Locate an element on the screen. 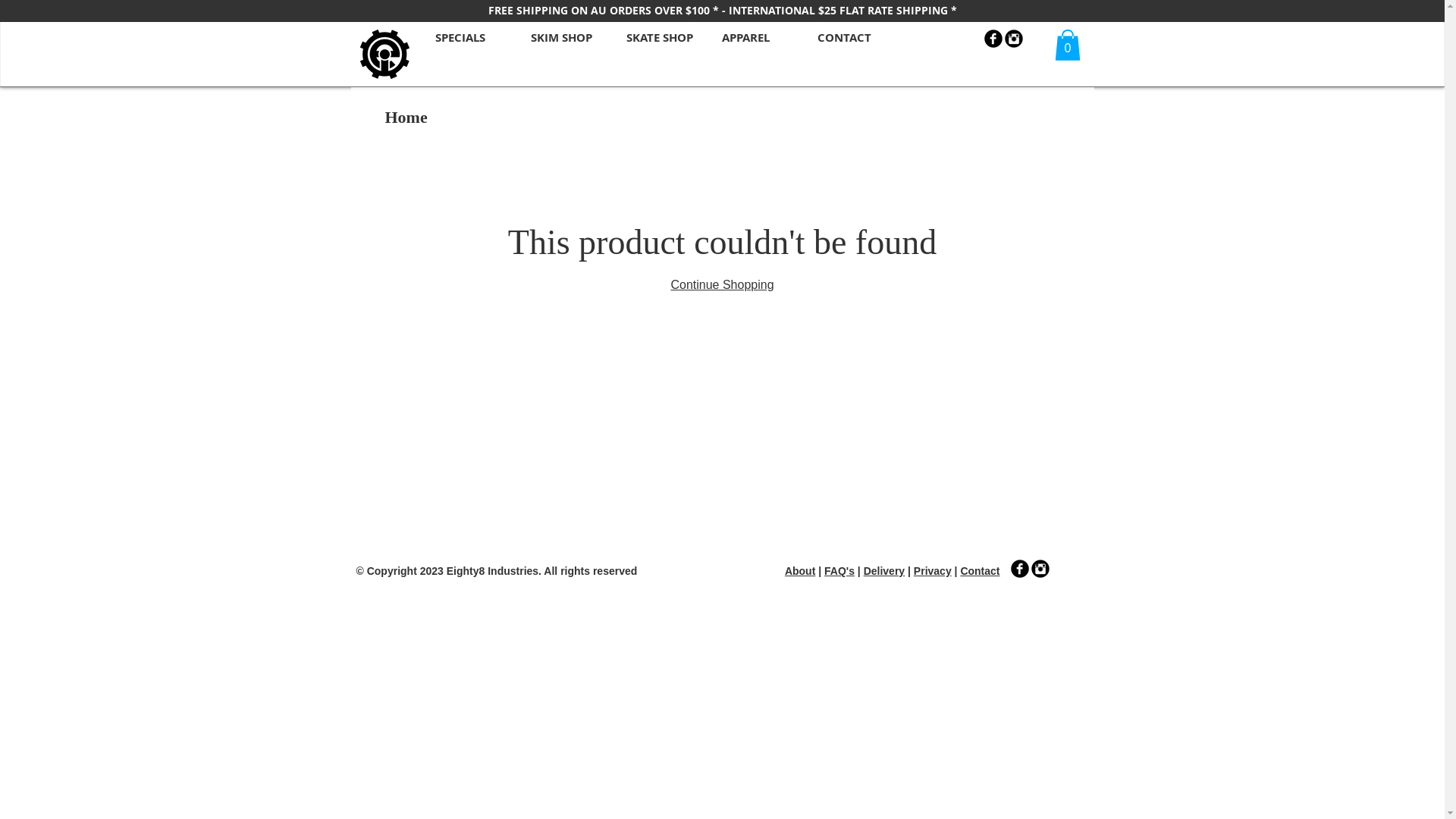 This screenshot has width=1456, height=819. 'SPECIALS' is located at coordinates (467, 34).